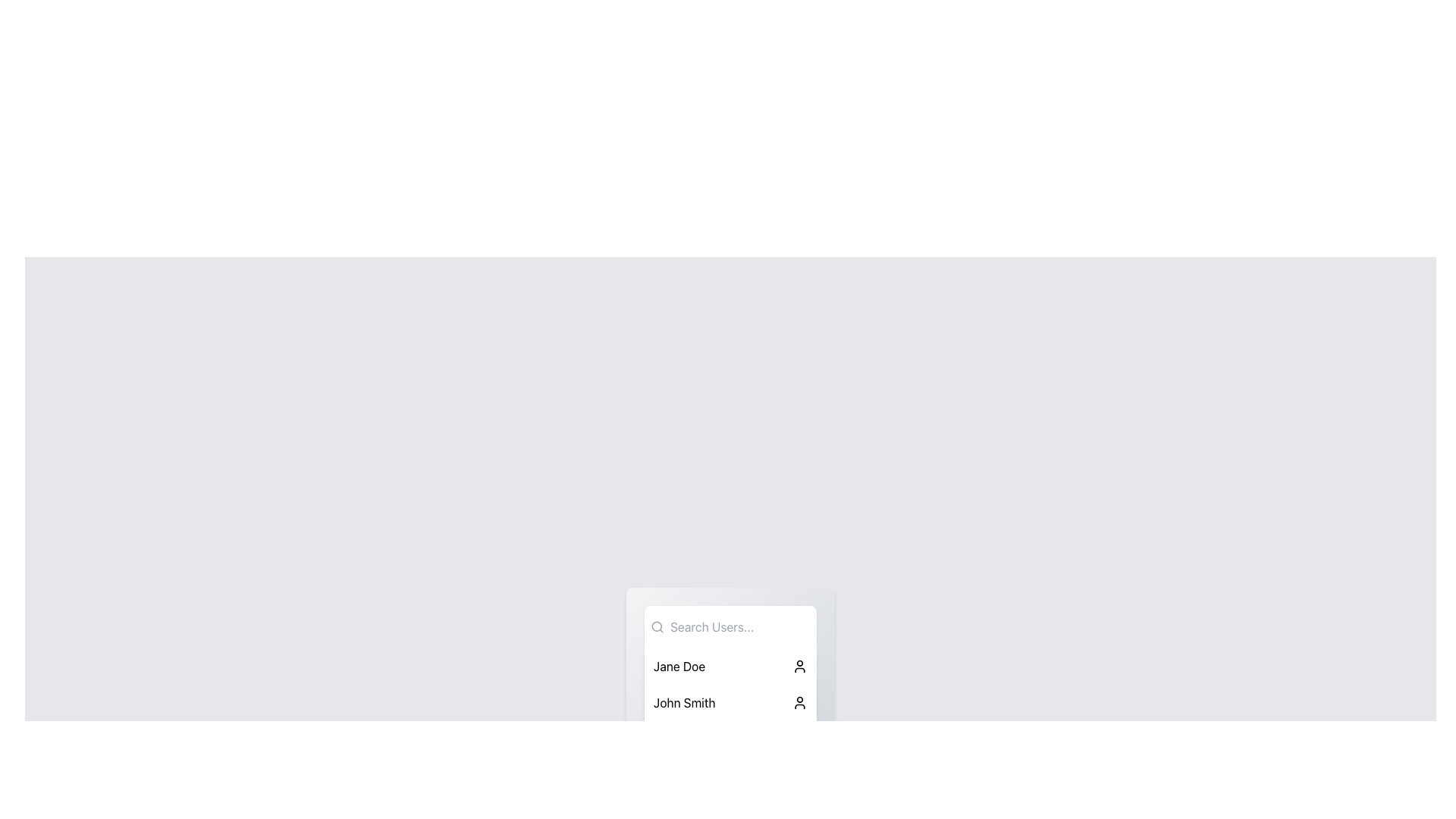  What do you see at coordinates (799, 666) in the screenshot?
I see `the user icon, which is a simple black SVG silhouette of a user, located at the far-right end of the entry labeled 'Jane Doe'` at bounding box center [799, 666].